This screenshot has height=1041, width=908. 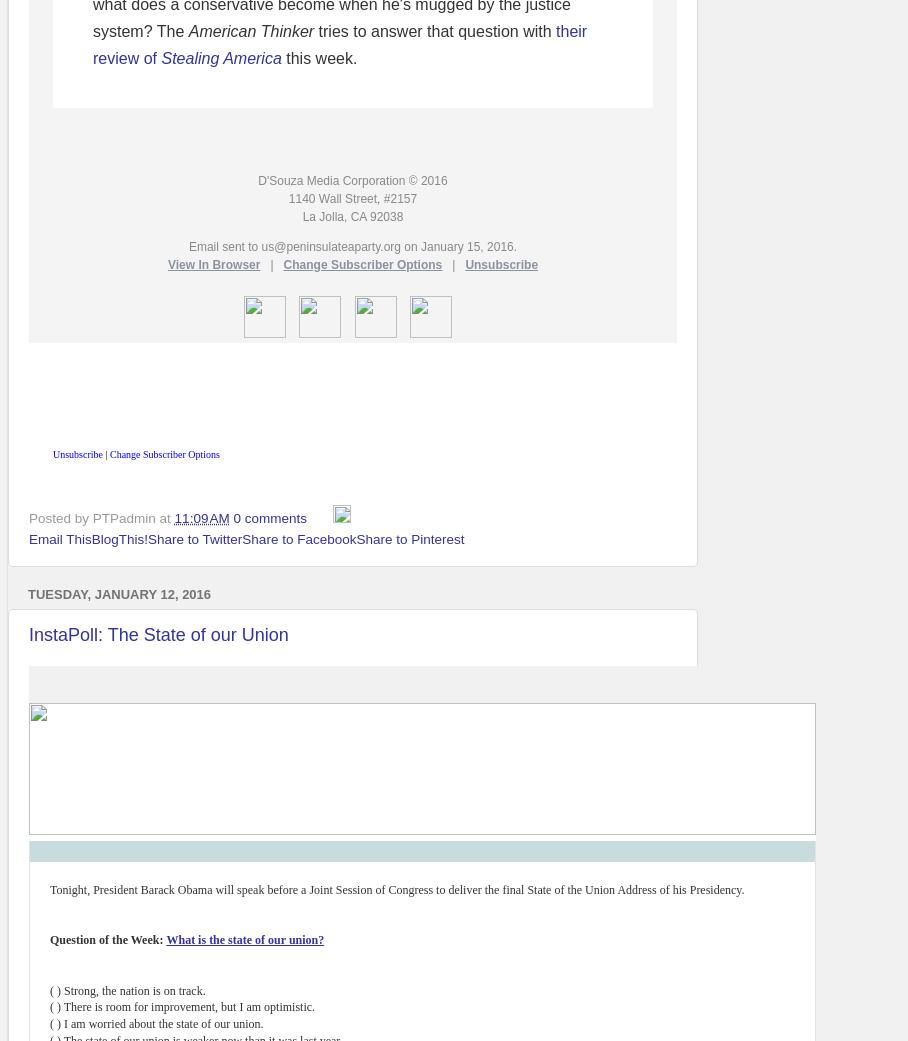 I want to click on 'their review of', so click(x=338, y=43).